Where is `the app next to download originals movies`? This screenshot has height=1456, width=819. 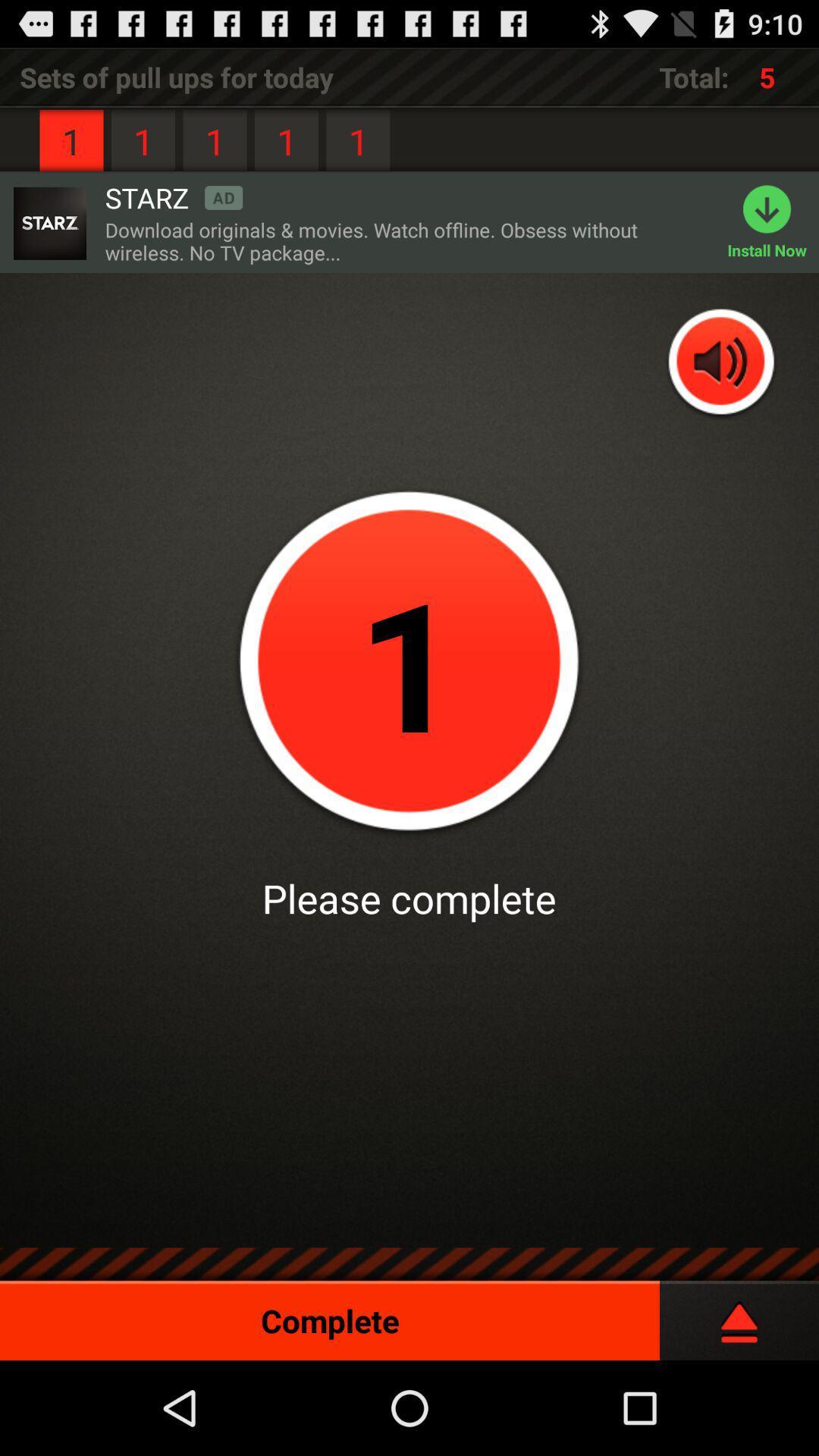 the app next to download originals movies is located at coordinates (773, 222).